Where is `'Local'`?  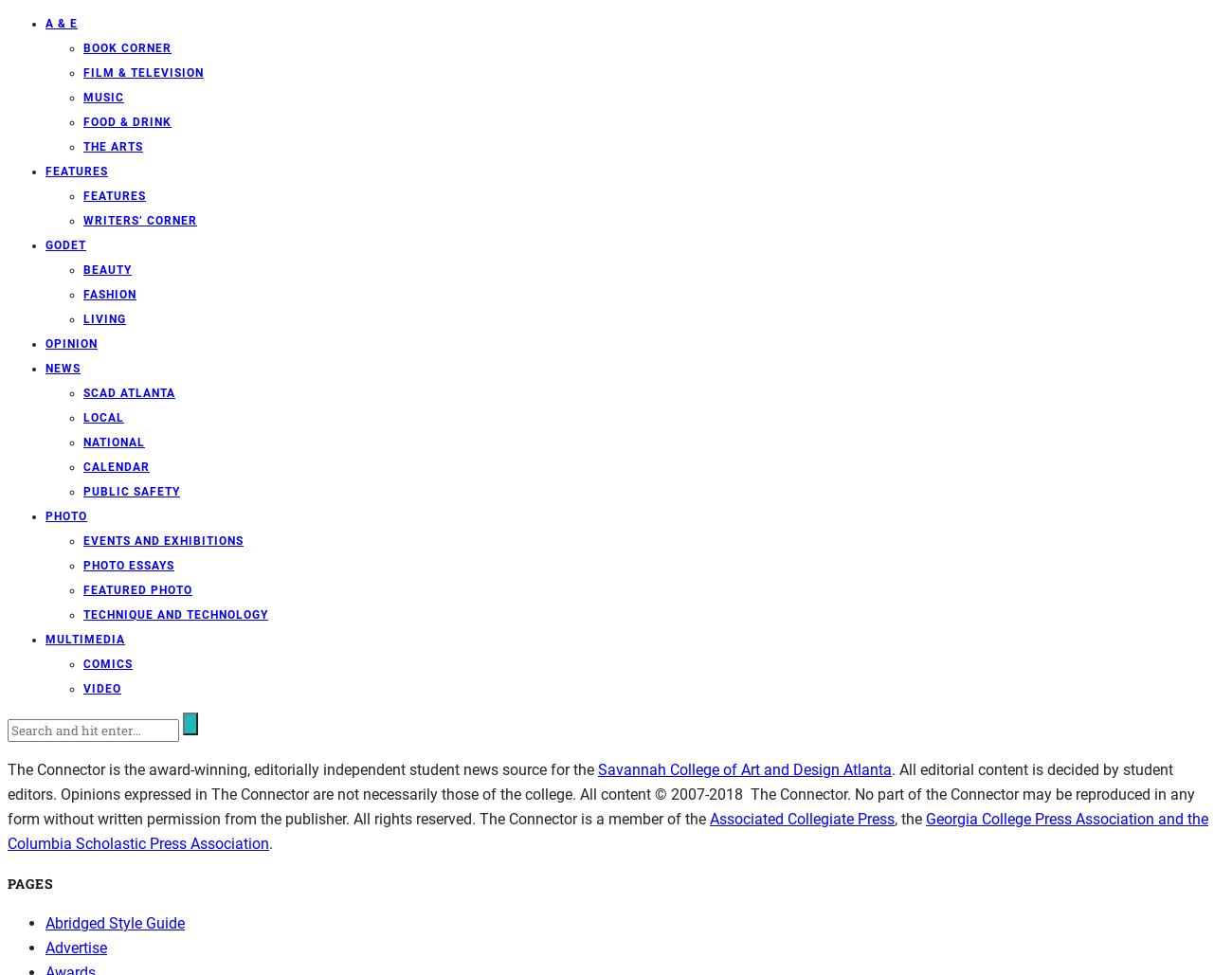 'Local' is located at coordinates (83, 418).